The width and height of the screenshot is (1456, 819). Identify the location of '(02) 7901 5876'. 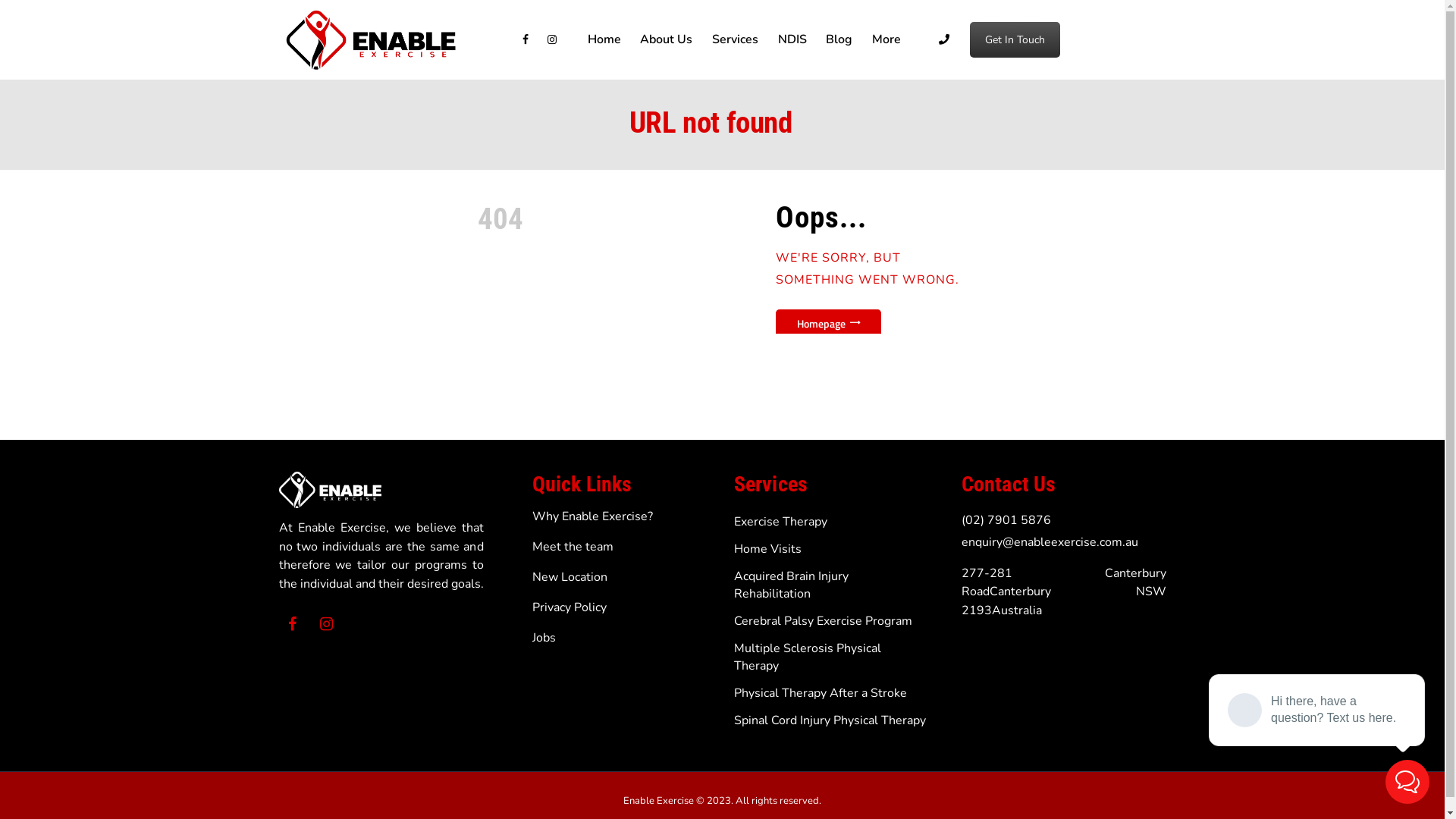
(1006, 519).